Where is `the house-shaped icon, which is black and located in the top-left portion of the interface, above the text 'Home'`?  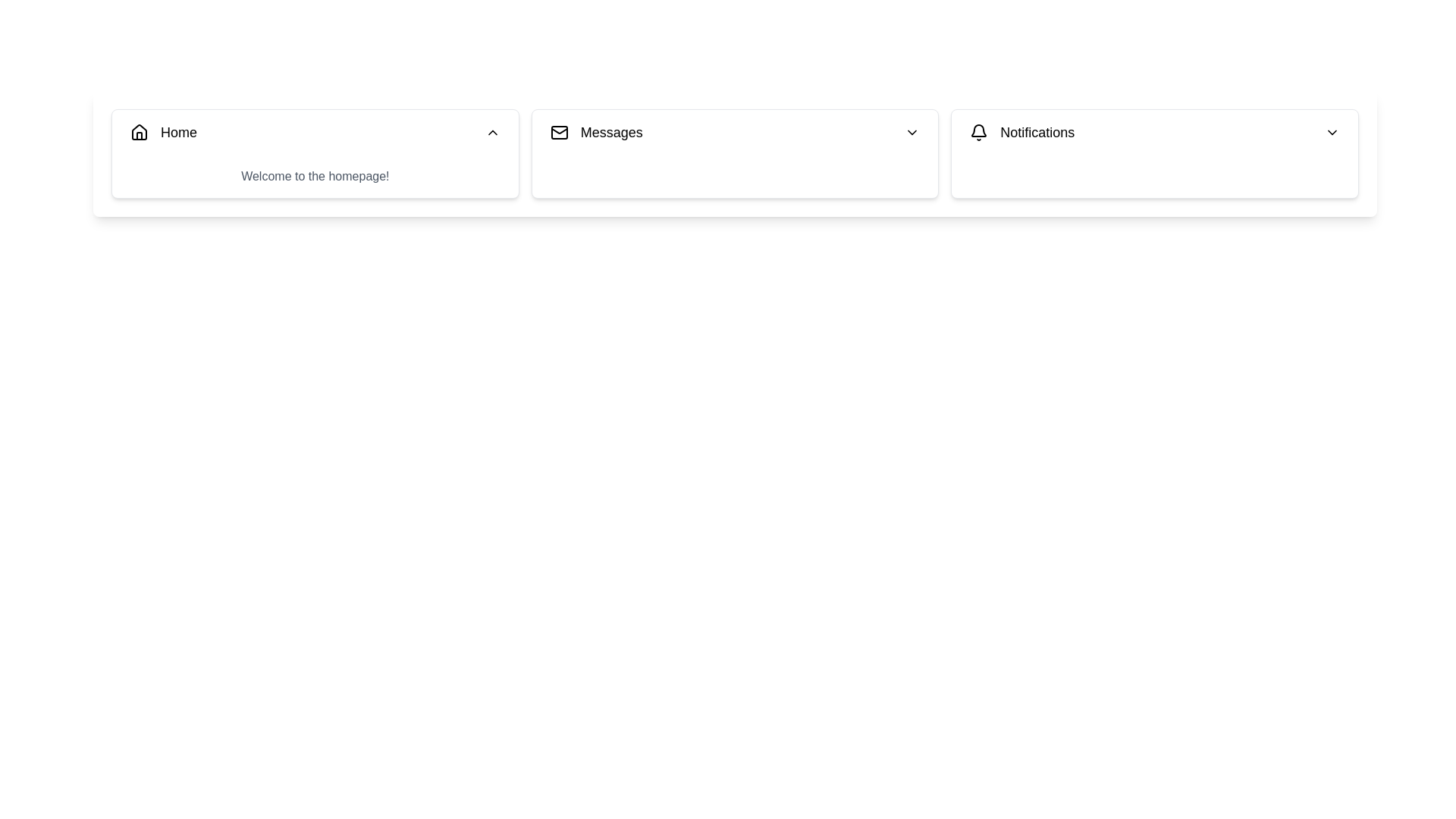 the house-shaped icon, which is black and located in the top-left portion of the interface, above the text 'Home' is located at coordinates (139, 131).